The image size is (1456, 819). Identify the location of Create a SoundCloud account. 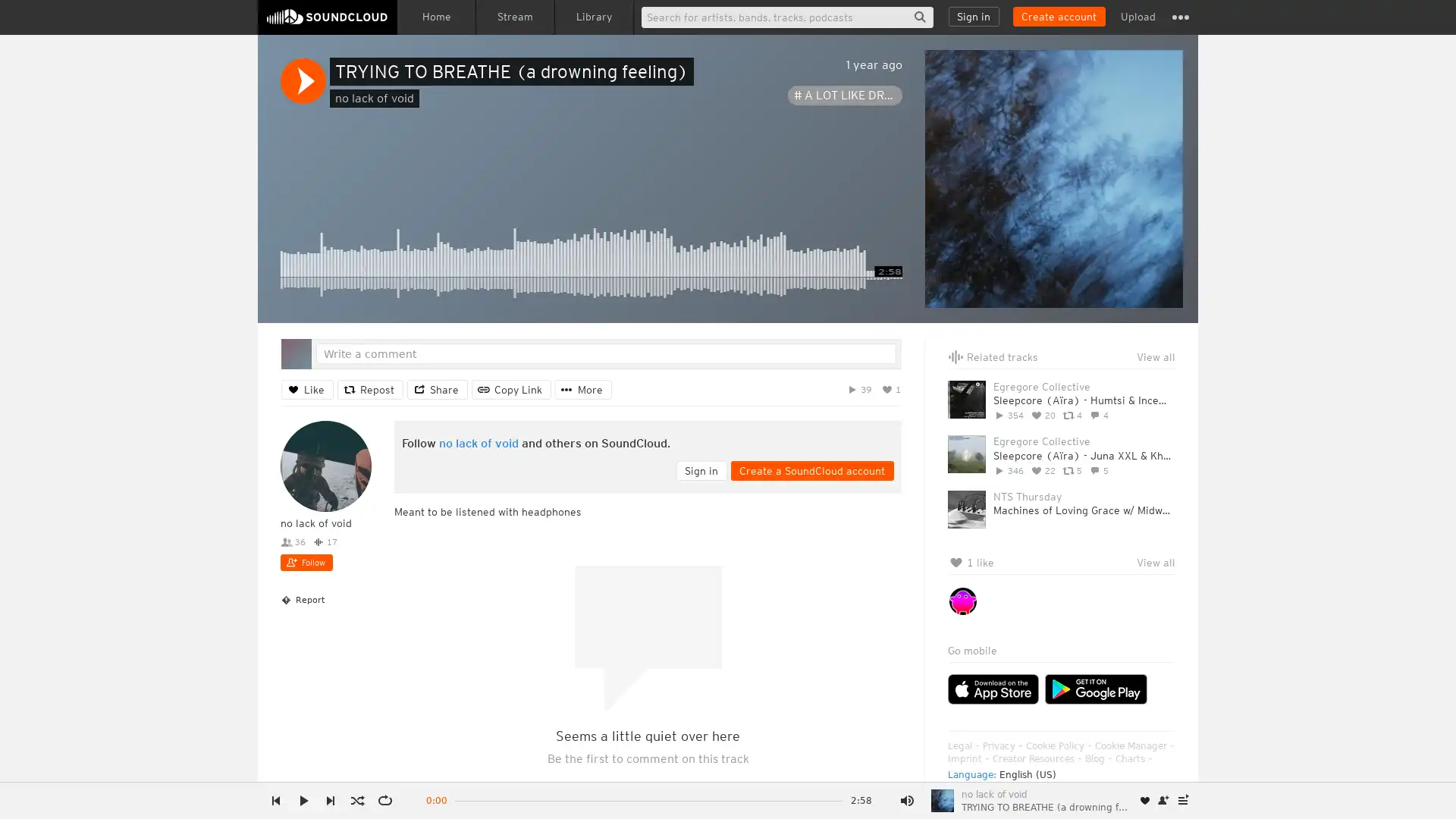
(1058, 17).